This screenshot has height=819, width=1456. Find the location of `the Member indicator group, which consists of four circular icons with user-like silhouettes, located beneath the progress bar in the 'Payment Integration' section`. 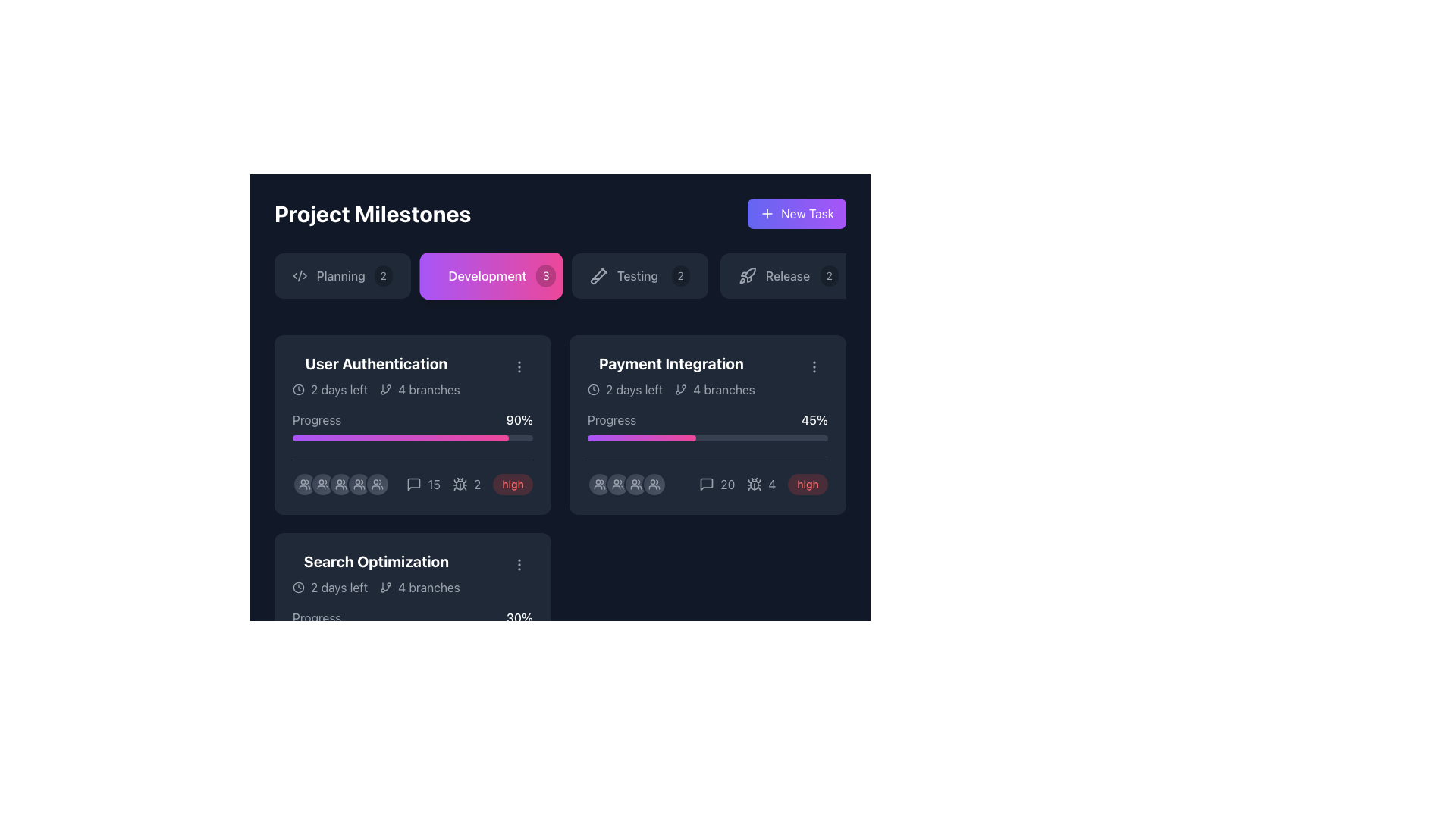

the Member indicator group, which consists of four circular icons with user-like silhouettes, located beneath the progress bar in the 'Payment Integration' section is located at coordinates (626, 485).